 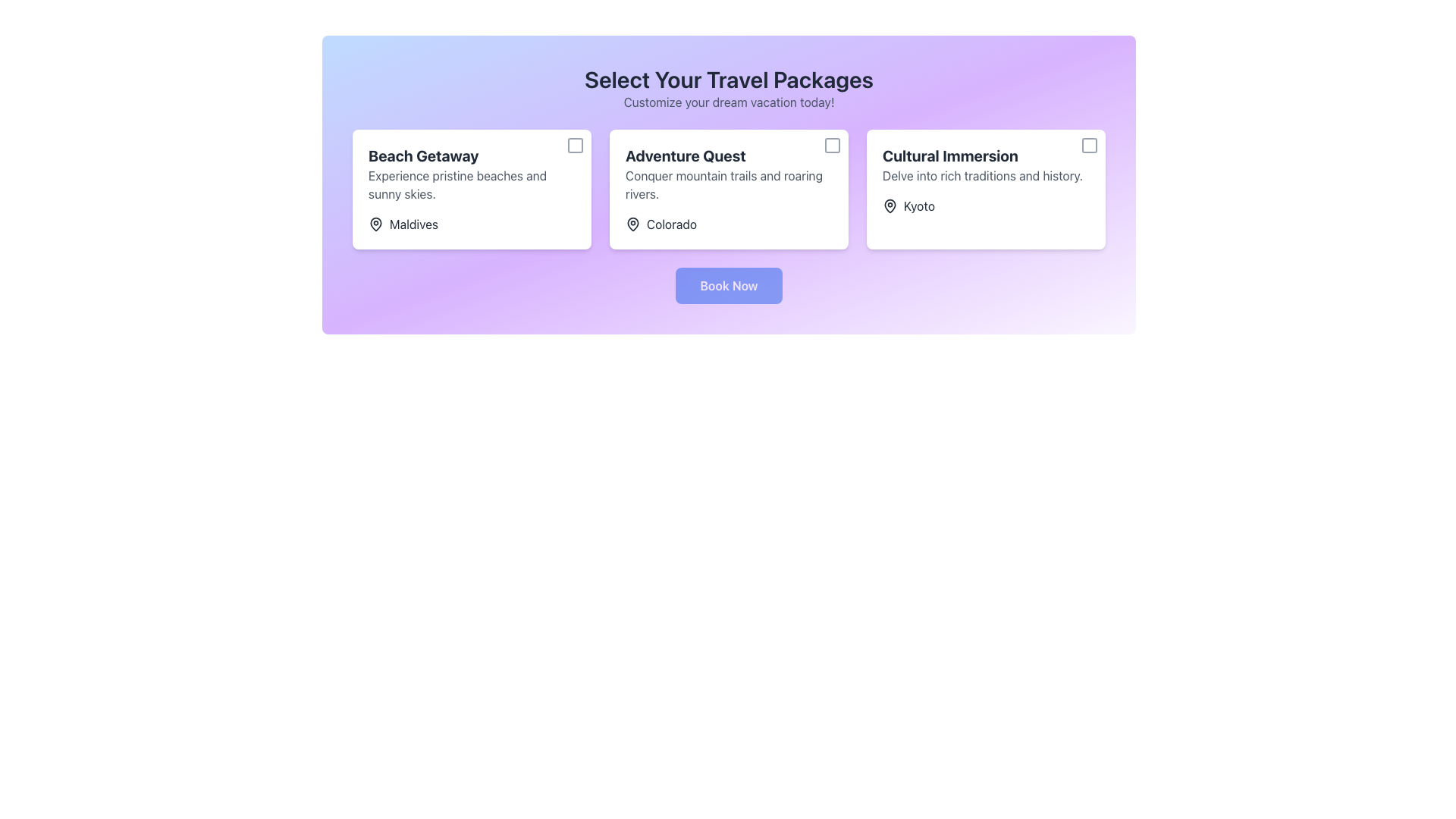 What do you see at coordinates (633, 223) in the screenshot?
I see `the map pin icon located above the text 'Colorado' in the 'Adventure Quest' card` at bounding box center [633, 223].